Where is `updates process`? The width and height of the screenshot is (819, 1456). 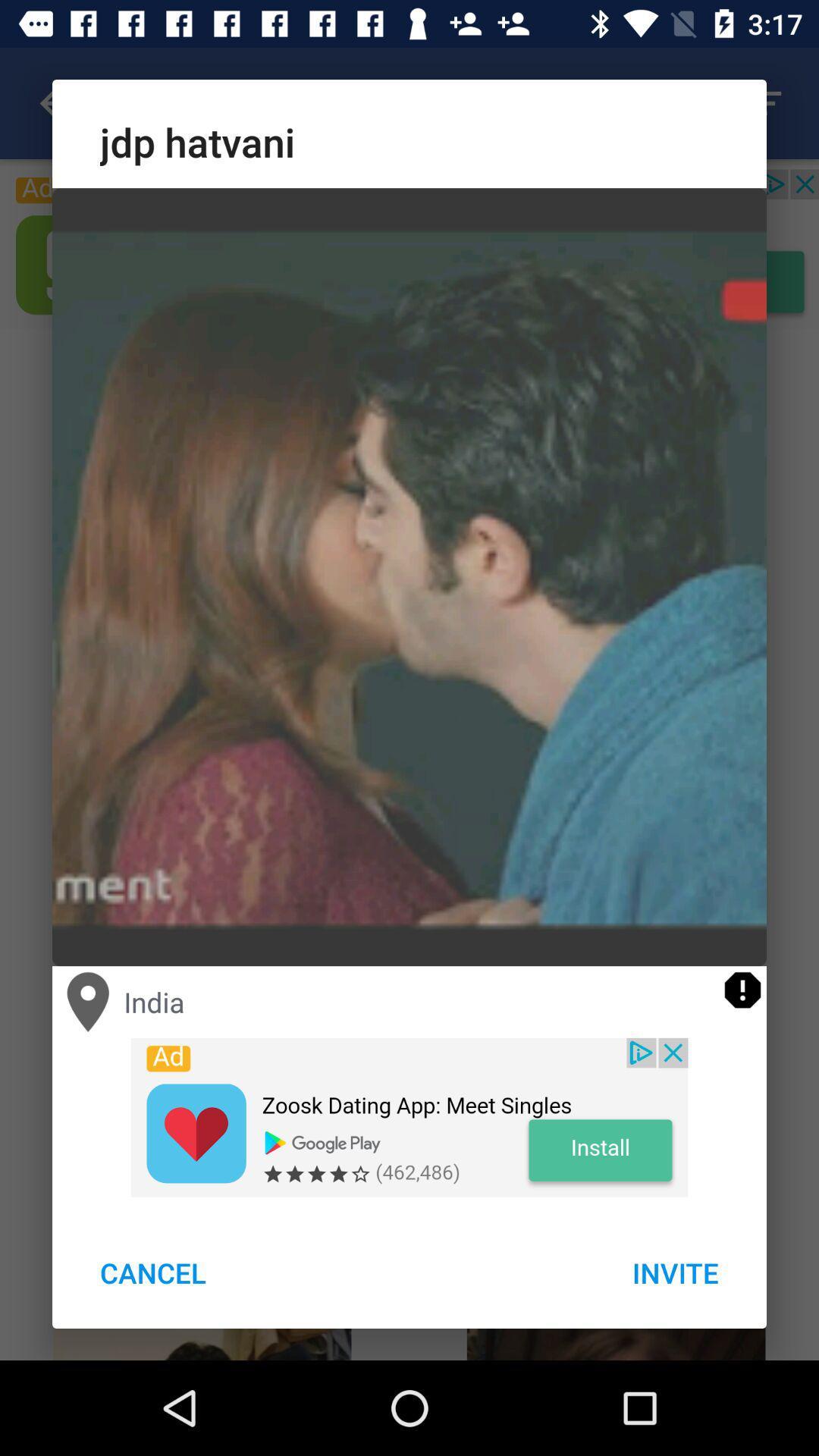 updates process is located at coordinates (742, 990).